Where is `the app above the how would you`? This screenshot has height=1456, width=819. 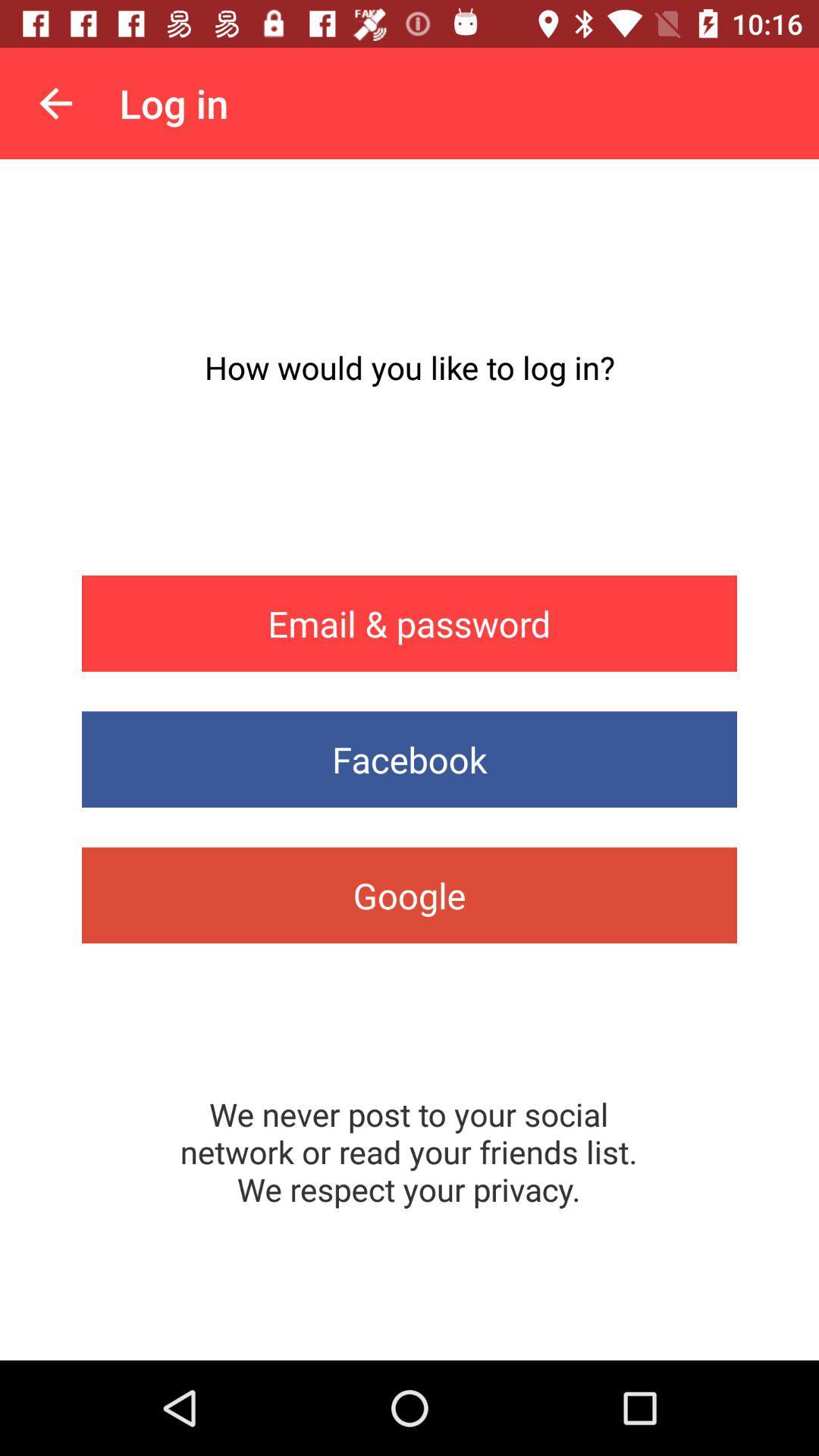
the app above the how would you is located at coordinates (55, 102).